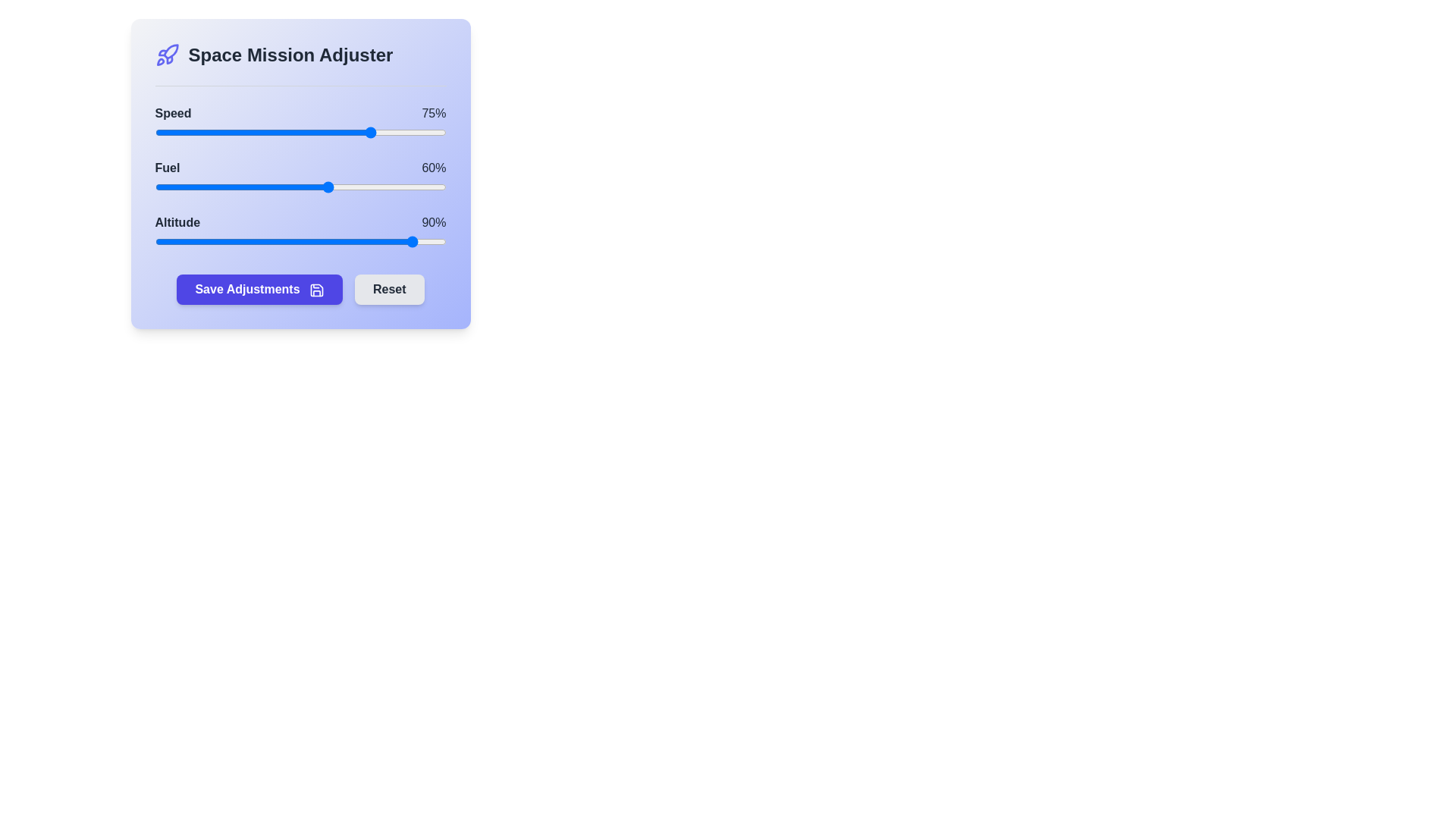  What do you see at coordinates (259, 289) in the screenshot?
I see `'Save Adjustments' button to save the settings` at bounding box center [259, 289].